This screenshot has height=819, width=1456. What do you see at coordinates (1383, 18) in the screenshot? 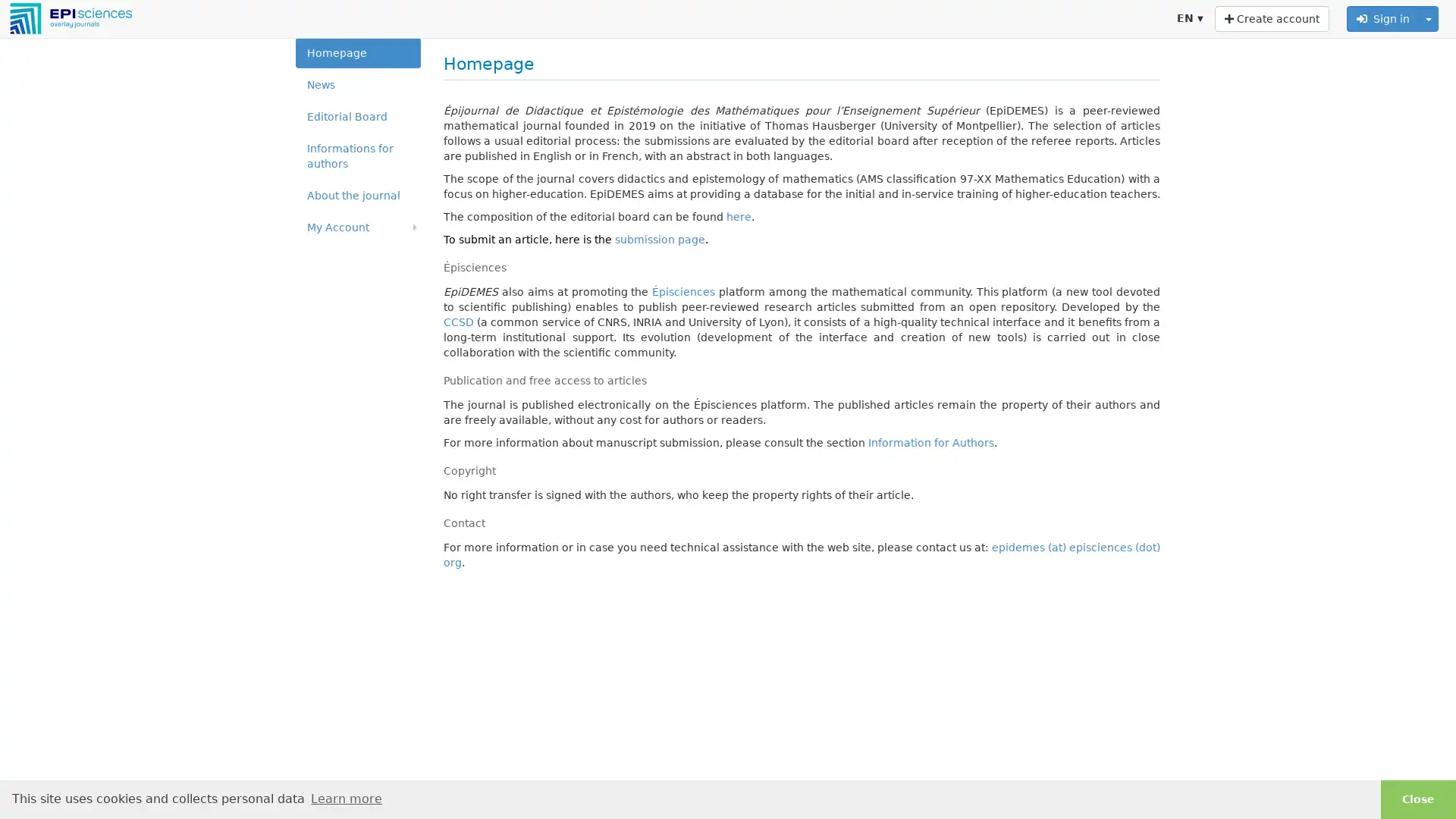
I see `Sign in` at bounding box center [1383, 18].